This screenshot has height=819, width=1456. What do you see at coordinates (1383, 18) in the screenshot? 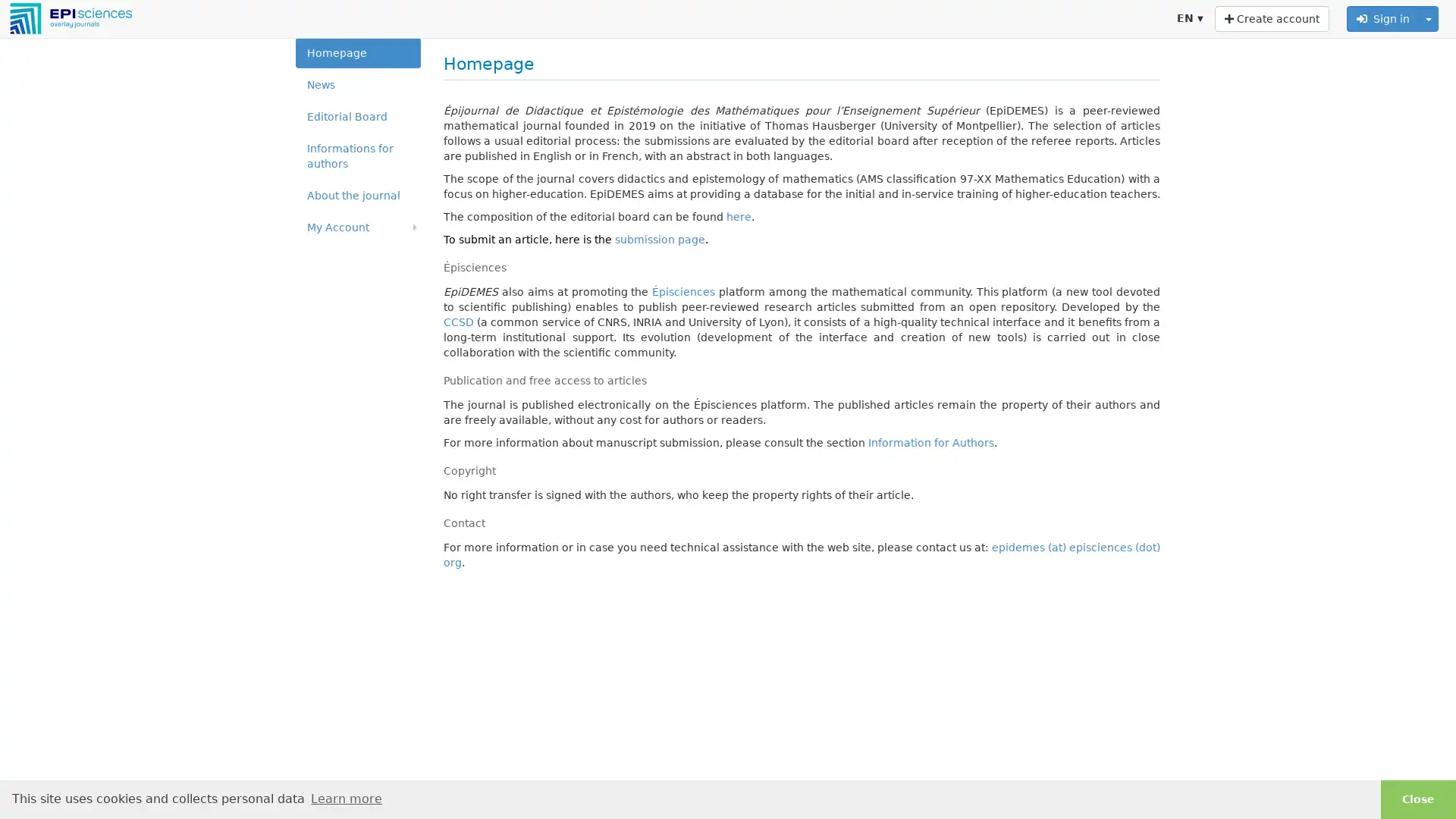
I see `Sign in` at bounding box center [1383, 18].